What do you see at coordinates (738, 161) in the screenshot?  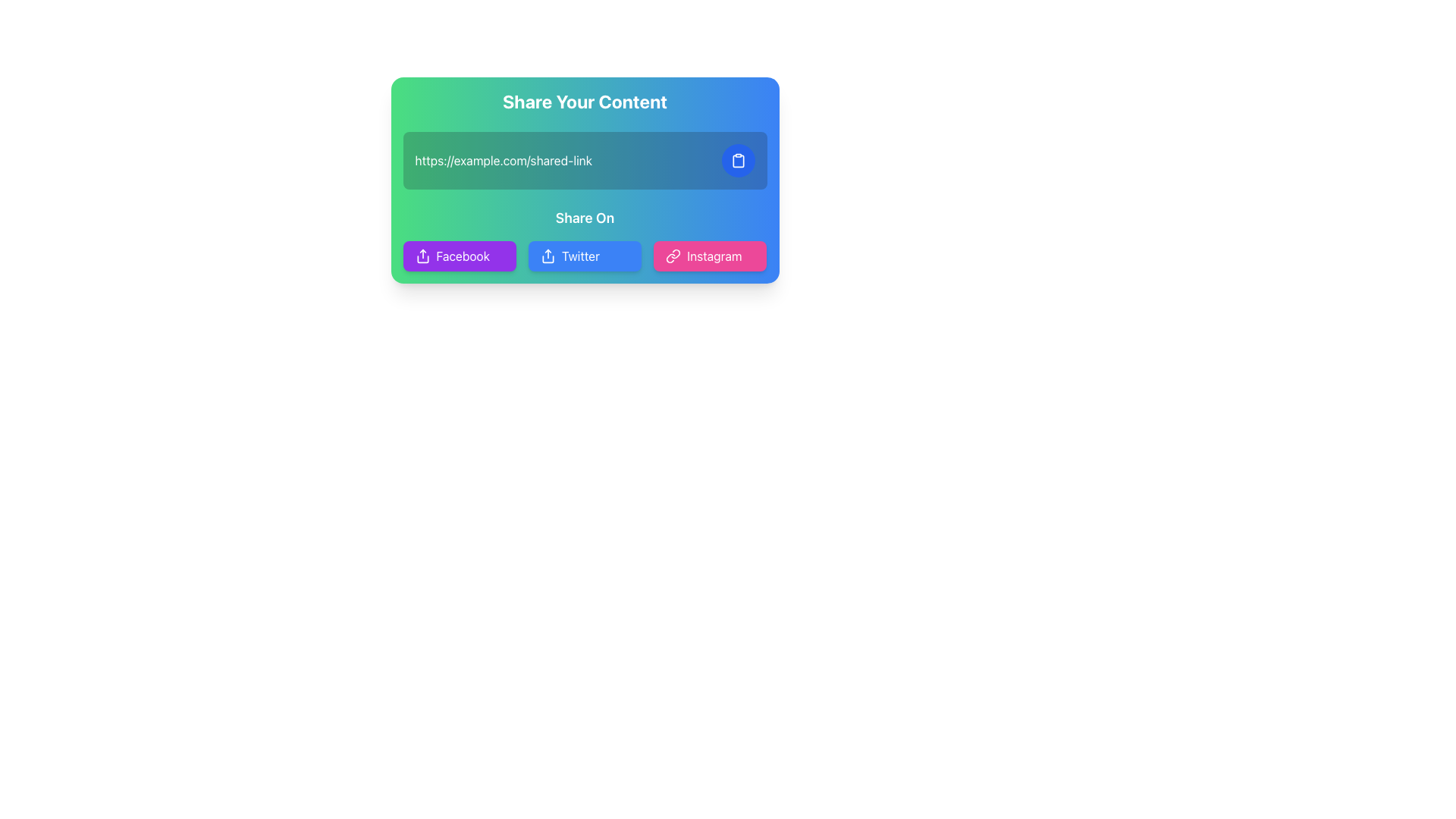 I see `the rightmost button that serves to copy the URL from the adjacent input field to the clipboard` at bounding box center [738, 161].